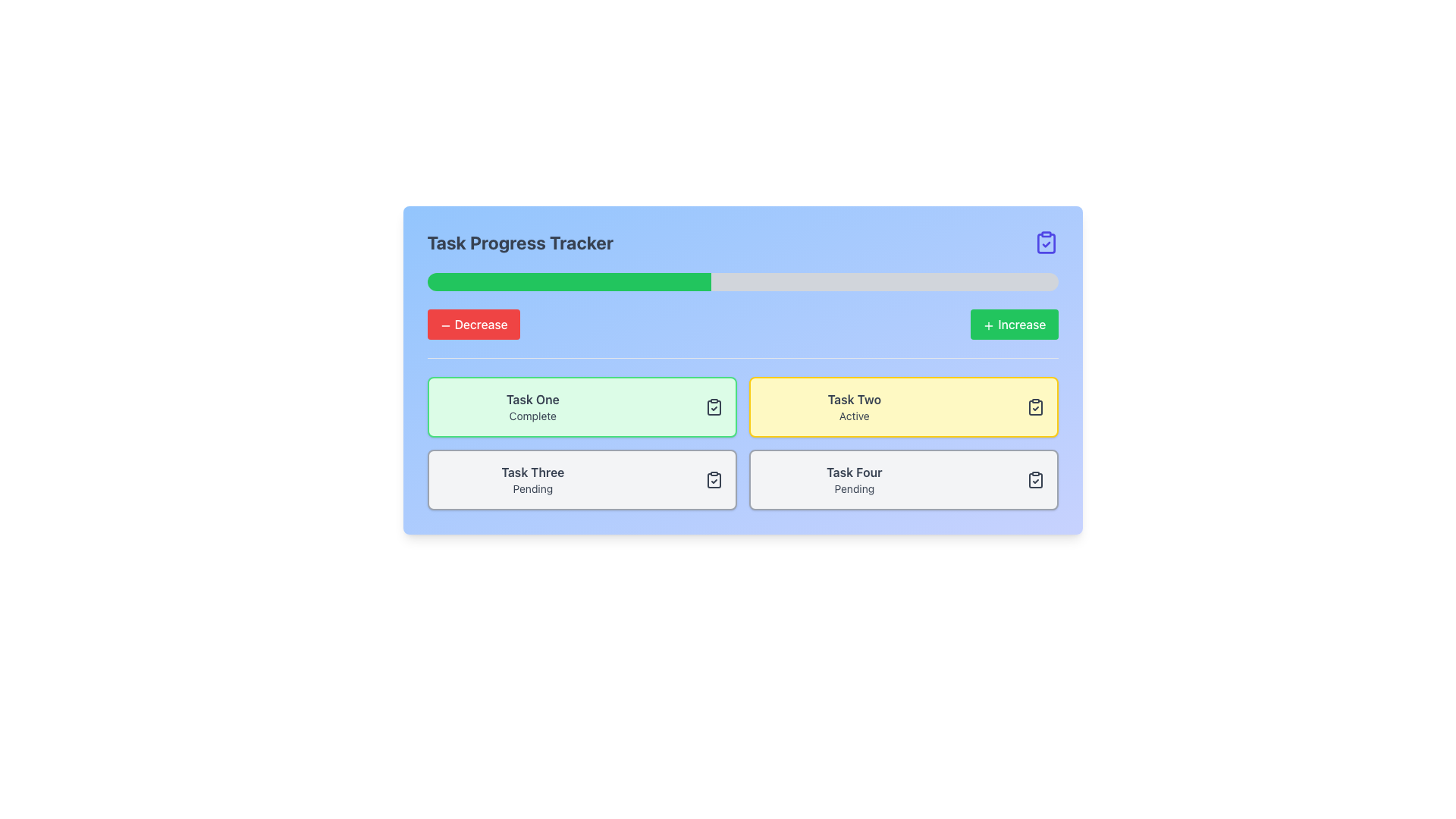 Image resolution: width=1456 pixels, height=819 pixels. Describe the element at coordinates (532, 406) in the screenshot. I see `the Text Label displaying 'Task One' with status 'Complete', located in the green card in the top left of the grid layout beneath the progress bar` at that location.